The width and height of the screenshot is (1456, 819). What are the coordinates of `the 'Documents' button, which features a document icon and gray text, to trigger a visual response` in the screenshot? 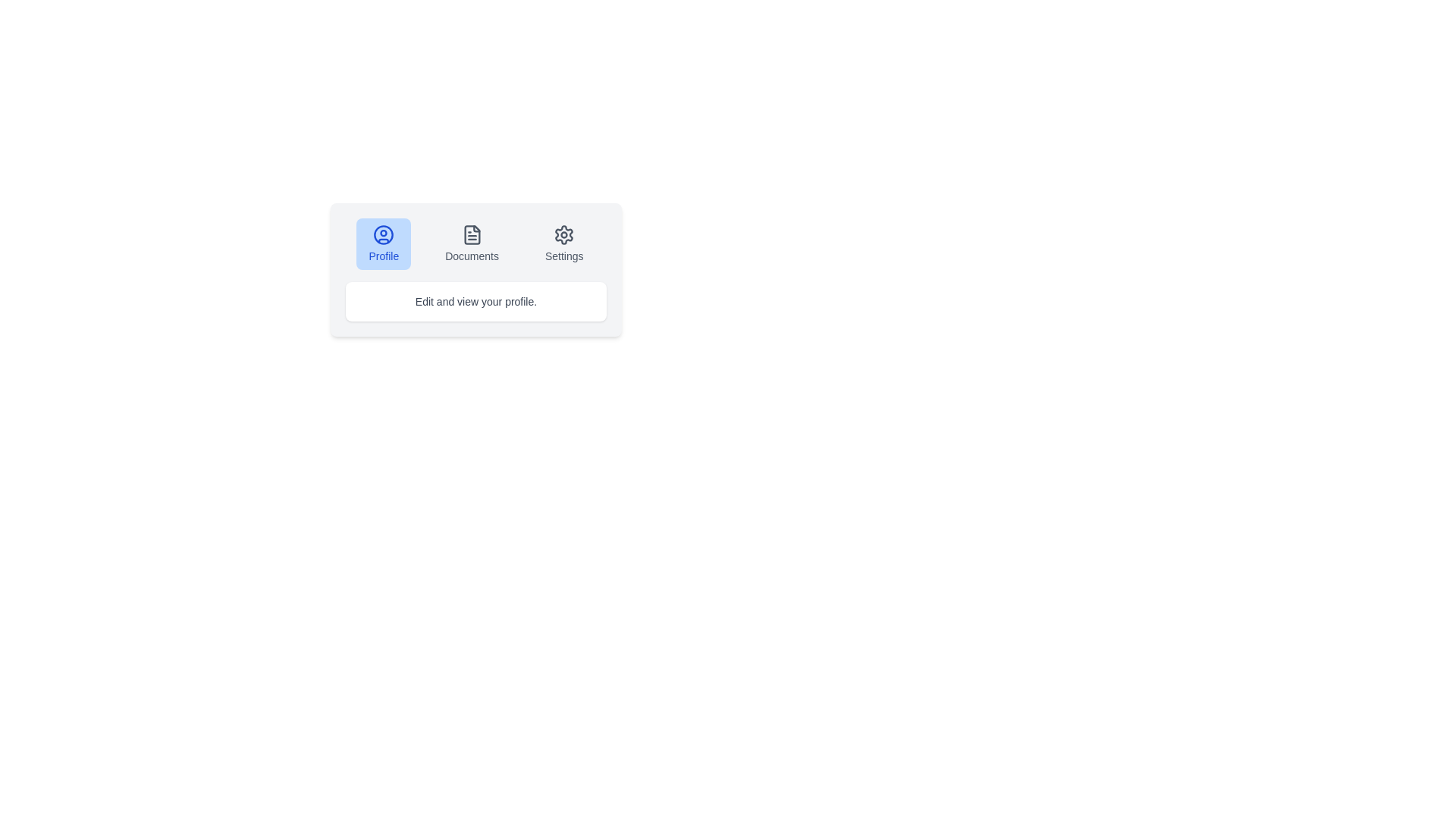 It's located at (471, 243).